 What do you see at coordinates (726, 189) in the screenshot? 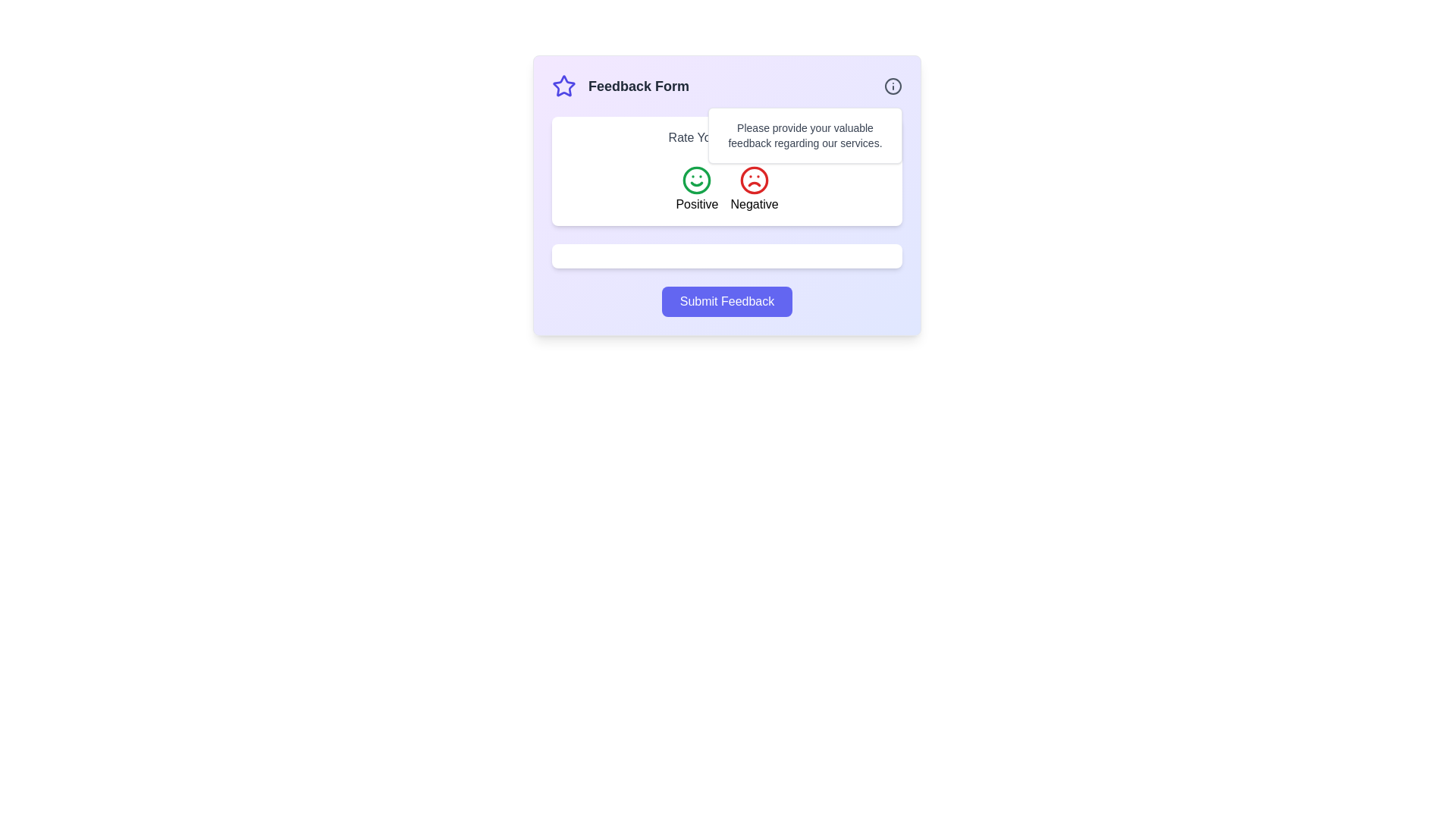
I see `the 'Positive' section of the Interactive rating component, which allows users to rate their experience as Positive or Negative` at bounding box center [726, 189].